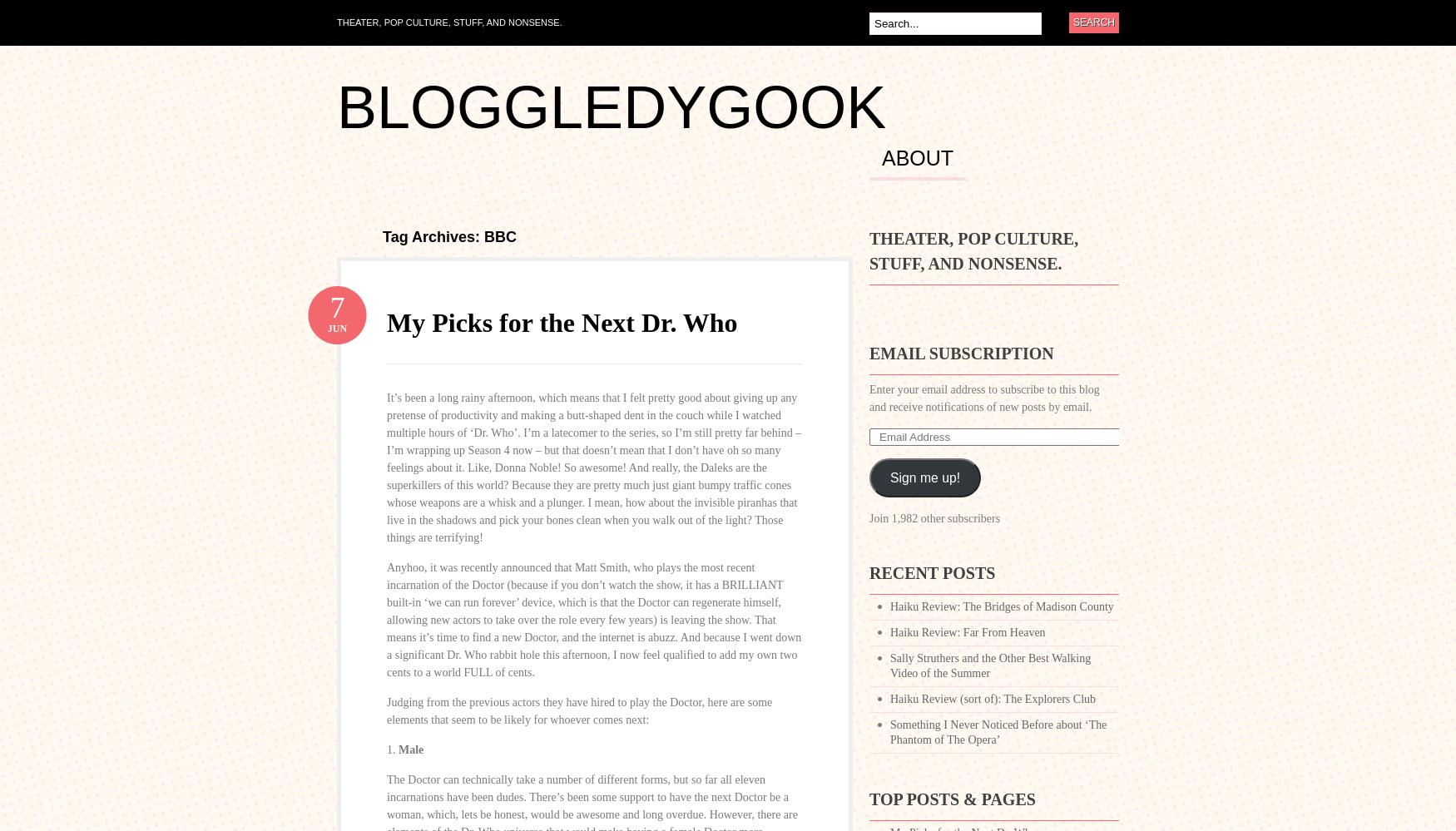  Describe the element at coordinates (998, 731) in the screenshot. I see `'Something I Never Noticed Before about ‘The Phantom of The Opera’'` at that location.